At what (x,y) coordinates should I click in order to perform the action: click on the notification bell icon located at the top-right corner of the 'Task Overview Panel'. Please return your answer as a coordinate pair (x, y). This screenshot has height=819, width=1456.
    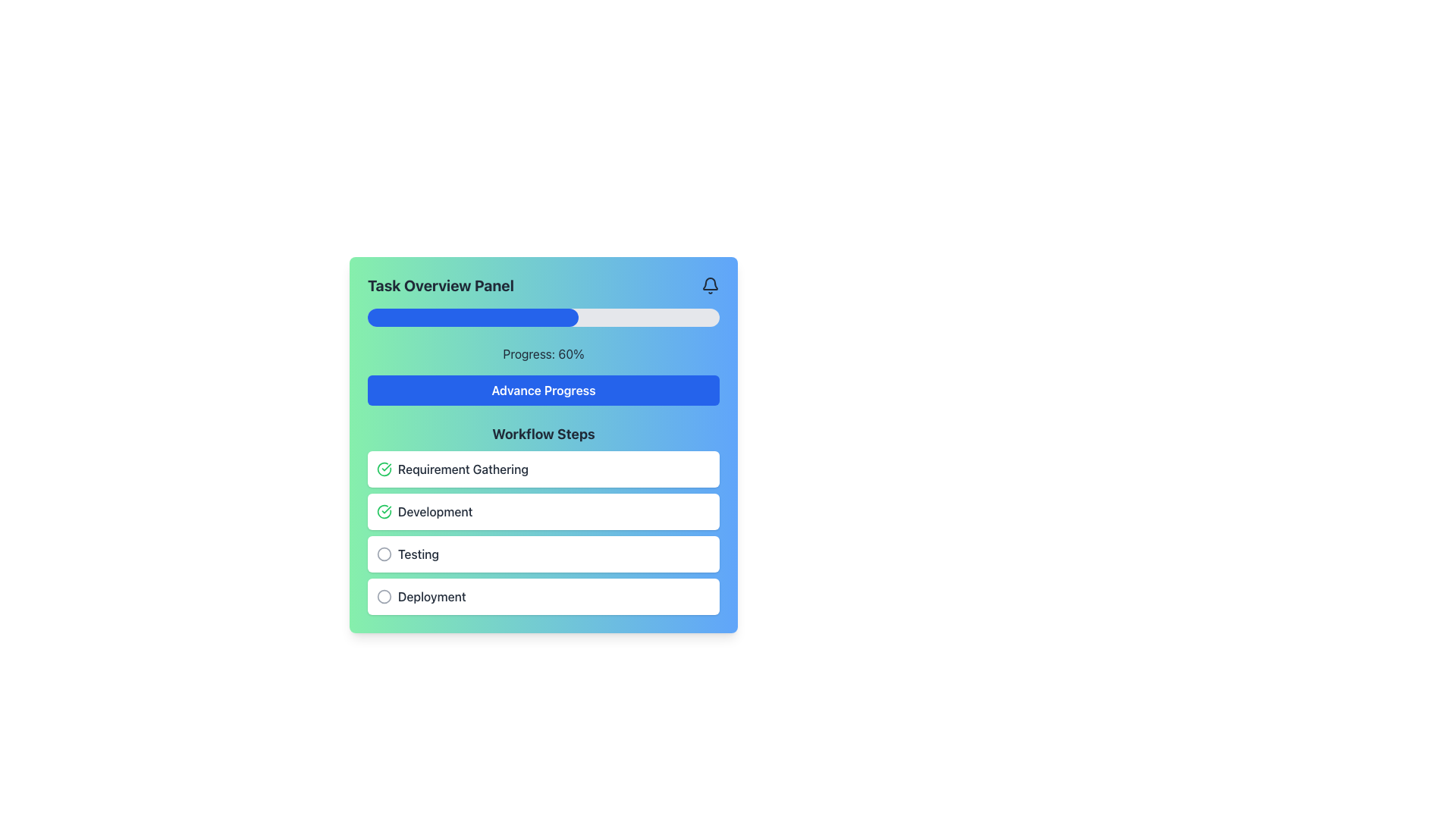
    Looking at the image, I should click on (709, 286).